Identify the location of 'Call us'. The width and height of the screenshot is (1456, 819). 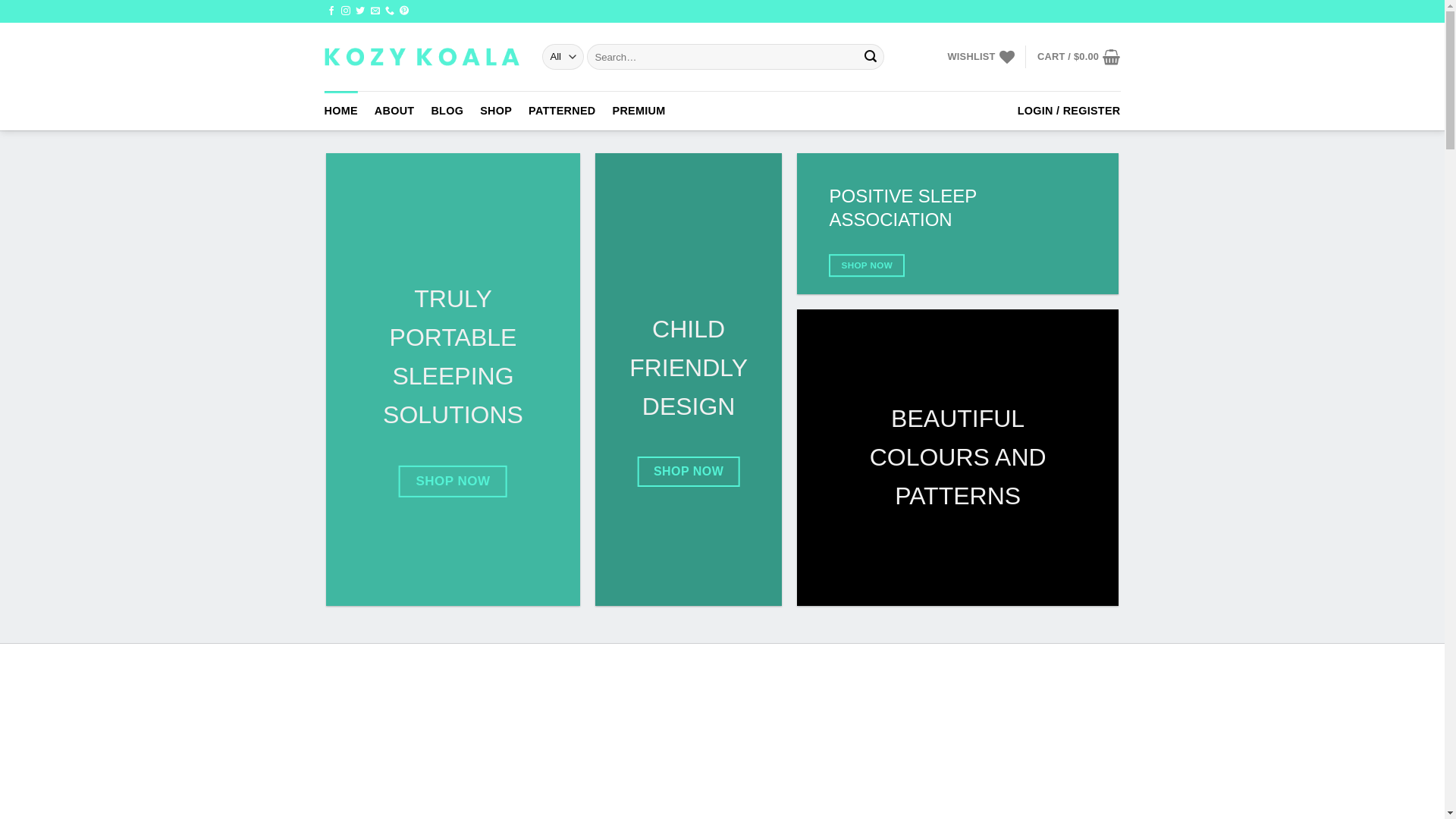
(389, 11).